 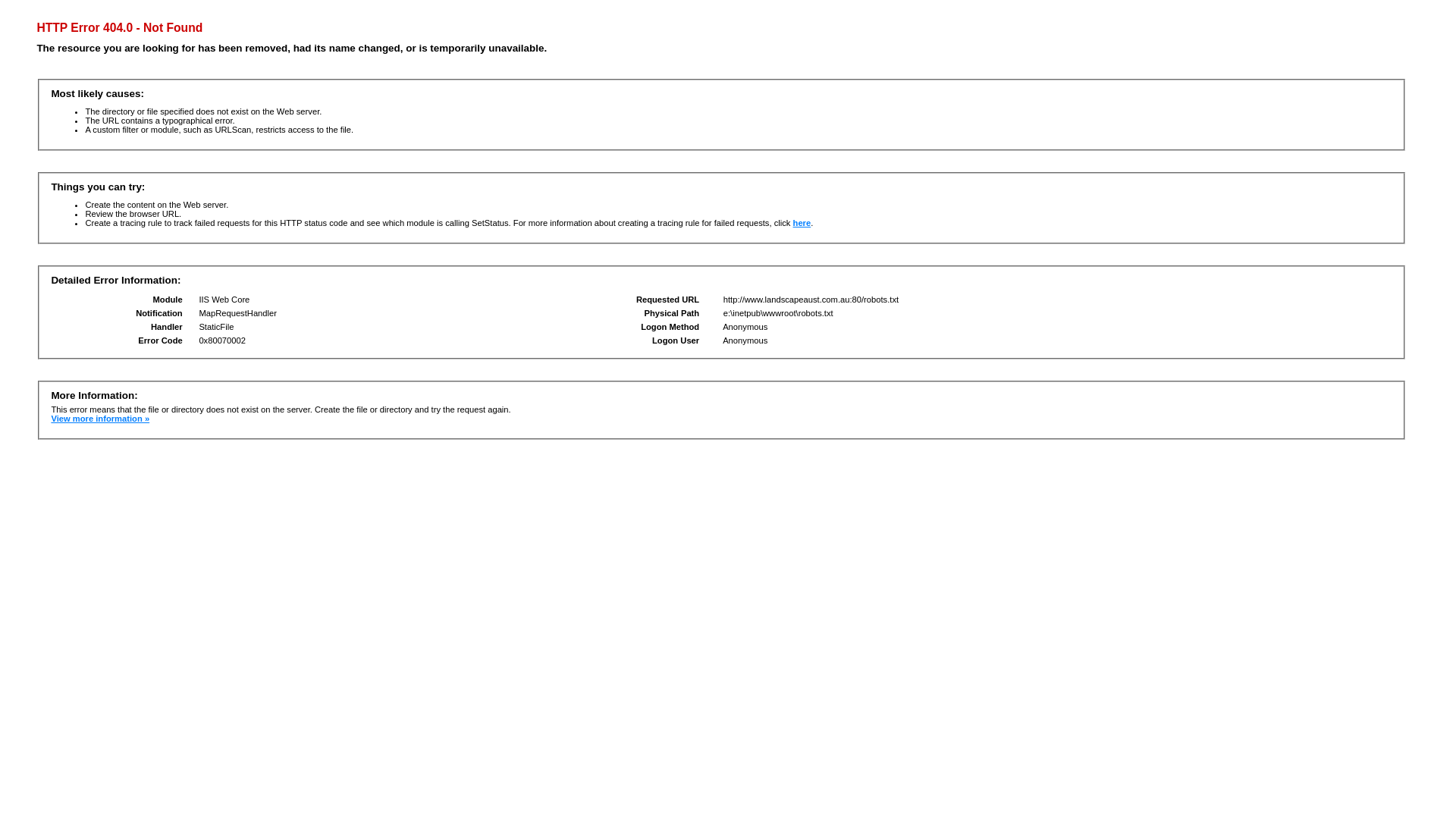 I want to click on 'here', so click(x=801, y=222).